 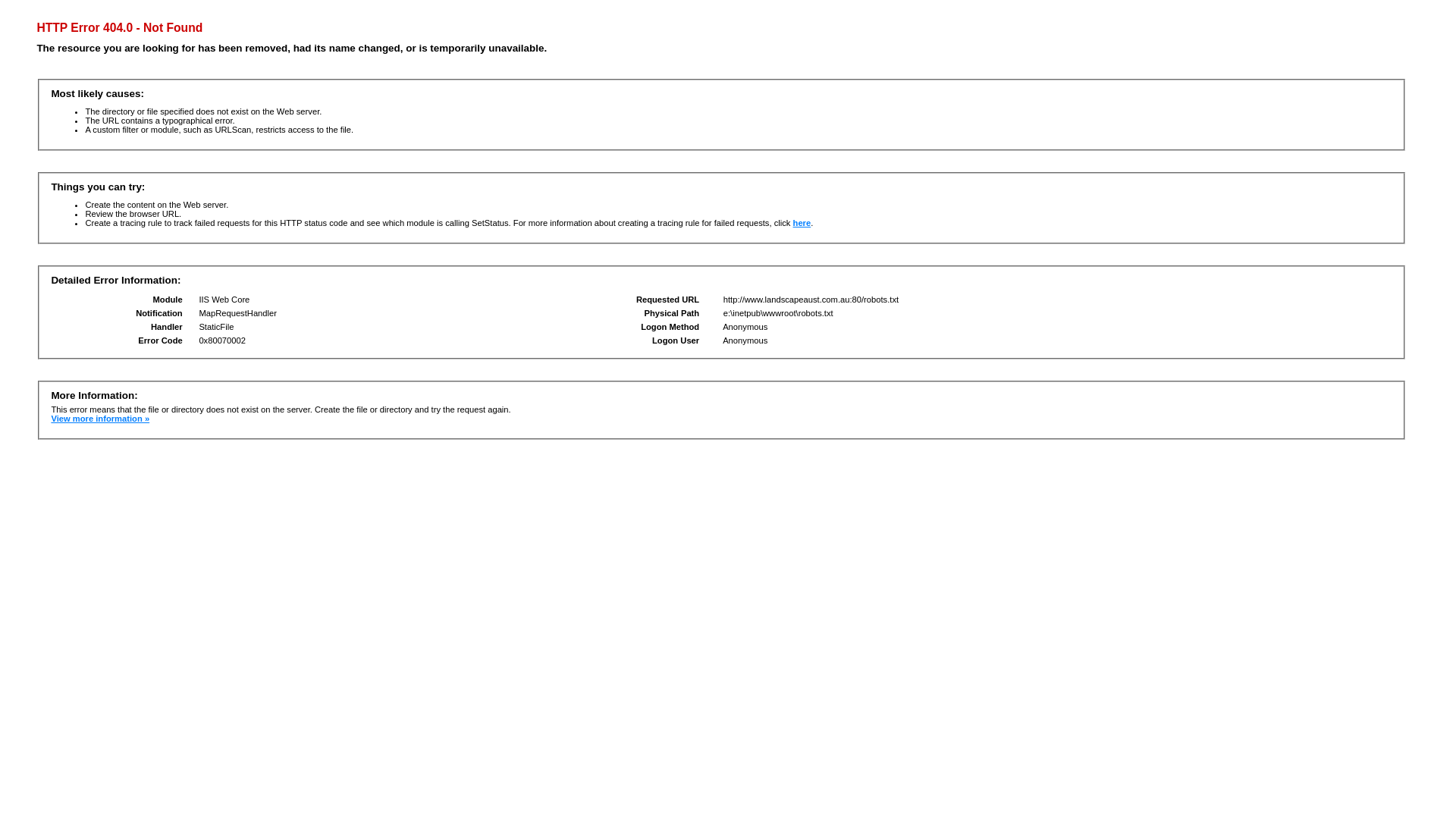 I want to click on 'here', so click(x=801, y=222).